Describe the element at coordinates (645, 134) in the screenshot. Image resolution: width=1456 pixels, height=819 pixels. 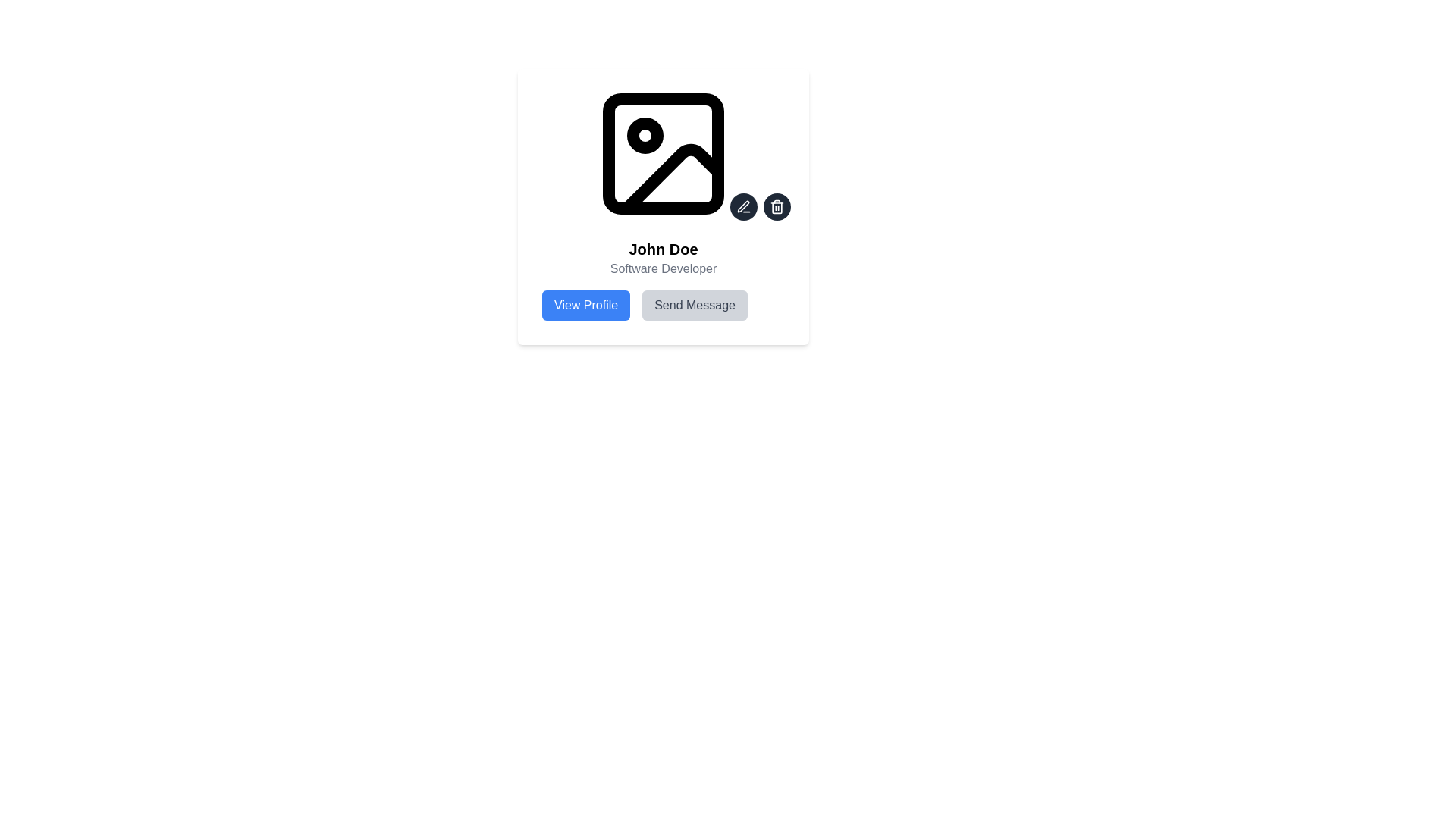
I see `the decorative graphical element that visually represents a camera lens or focus point, located in the top left region of the framed picture icon on the profile card` at that location.